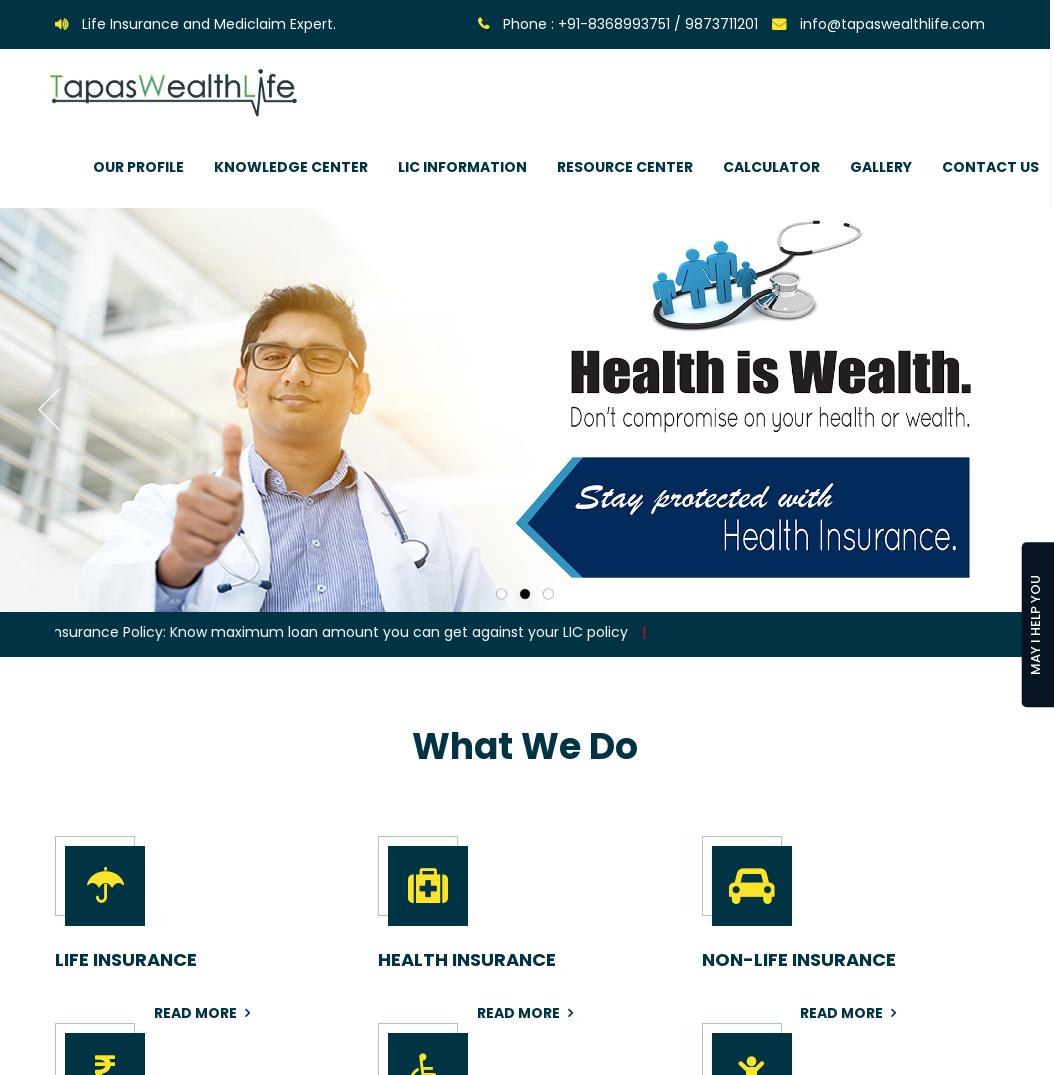  Describe the element at coordinates (624, 166) in the screenshot. I see `'Resource Center'` at that location.